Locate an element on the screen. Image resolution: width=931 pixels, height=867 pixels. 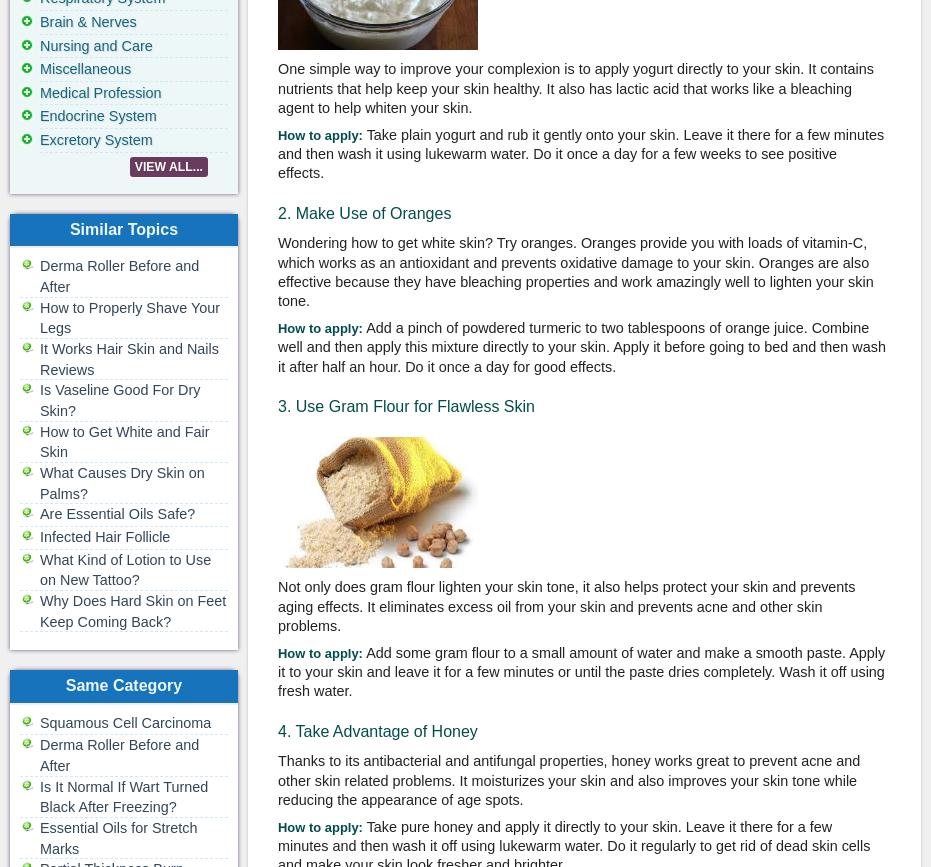
'Same Category' is located at coordinates (123, 684).